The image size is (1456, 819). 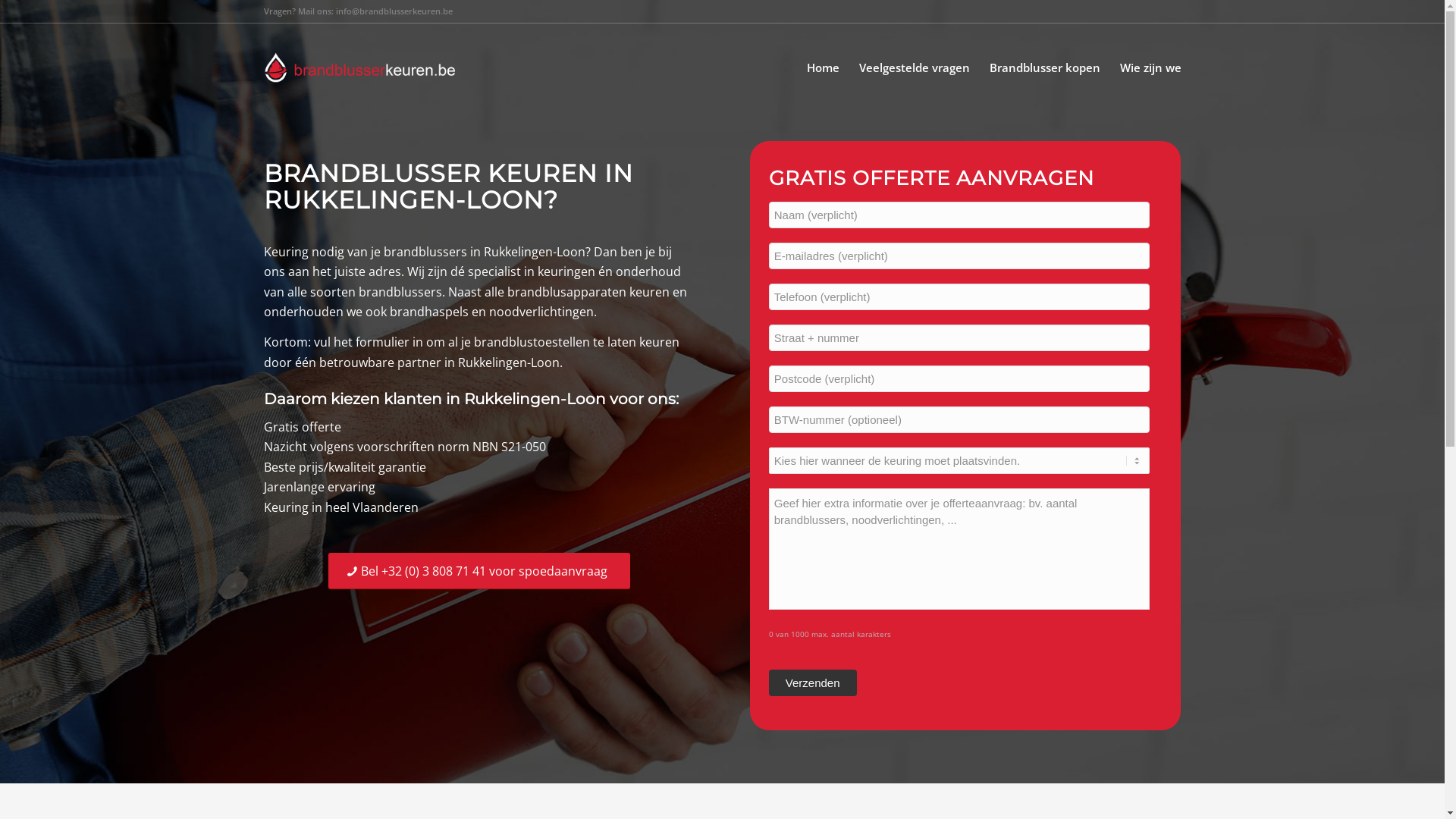 I want to click on 'Brandblusser kopen', so click(x=1043, y=66).